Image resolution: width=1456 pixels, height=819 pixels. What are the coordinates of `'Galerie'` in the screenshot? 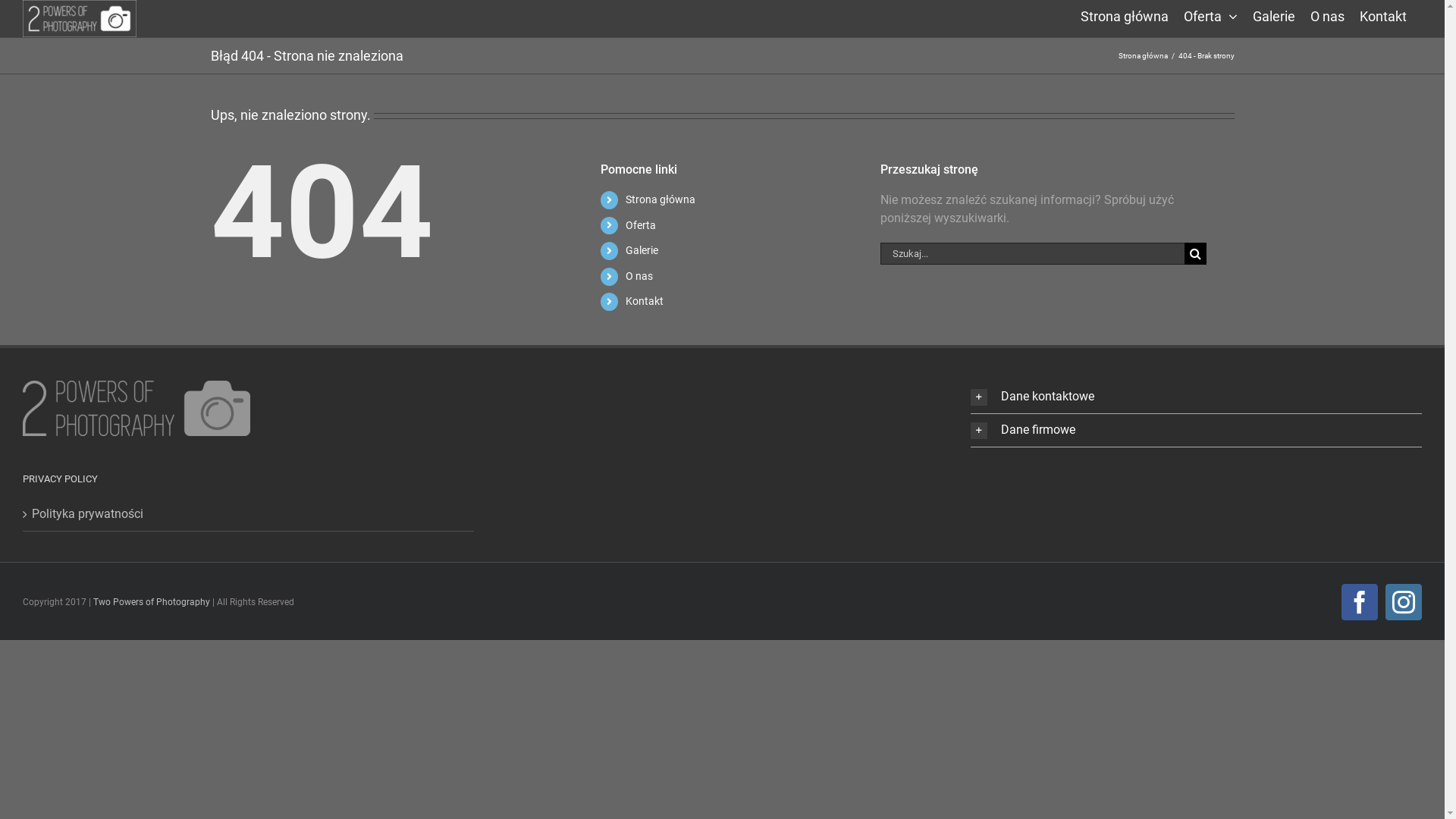 It's located at (1274, 14).